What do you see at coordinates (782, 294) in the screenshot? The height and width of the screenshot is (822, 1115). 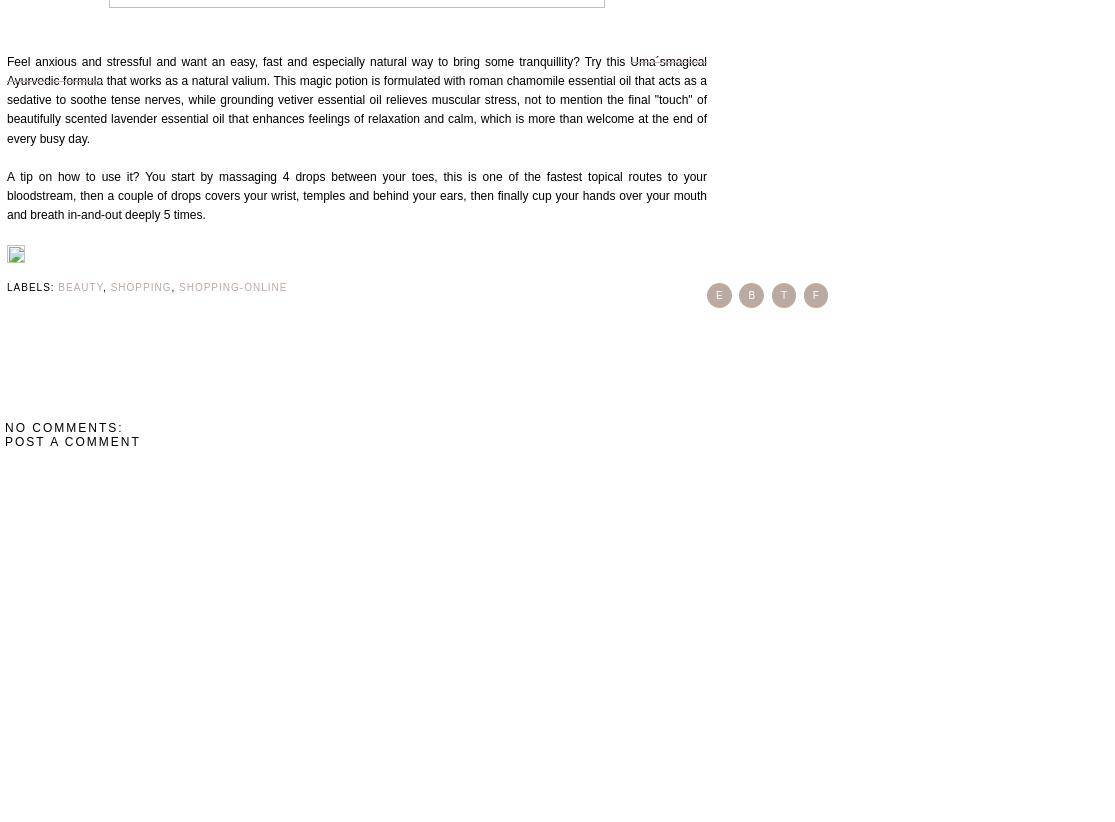 I see `'t'` at bounding box center [782, 294].